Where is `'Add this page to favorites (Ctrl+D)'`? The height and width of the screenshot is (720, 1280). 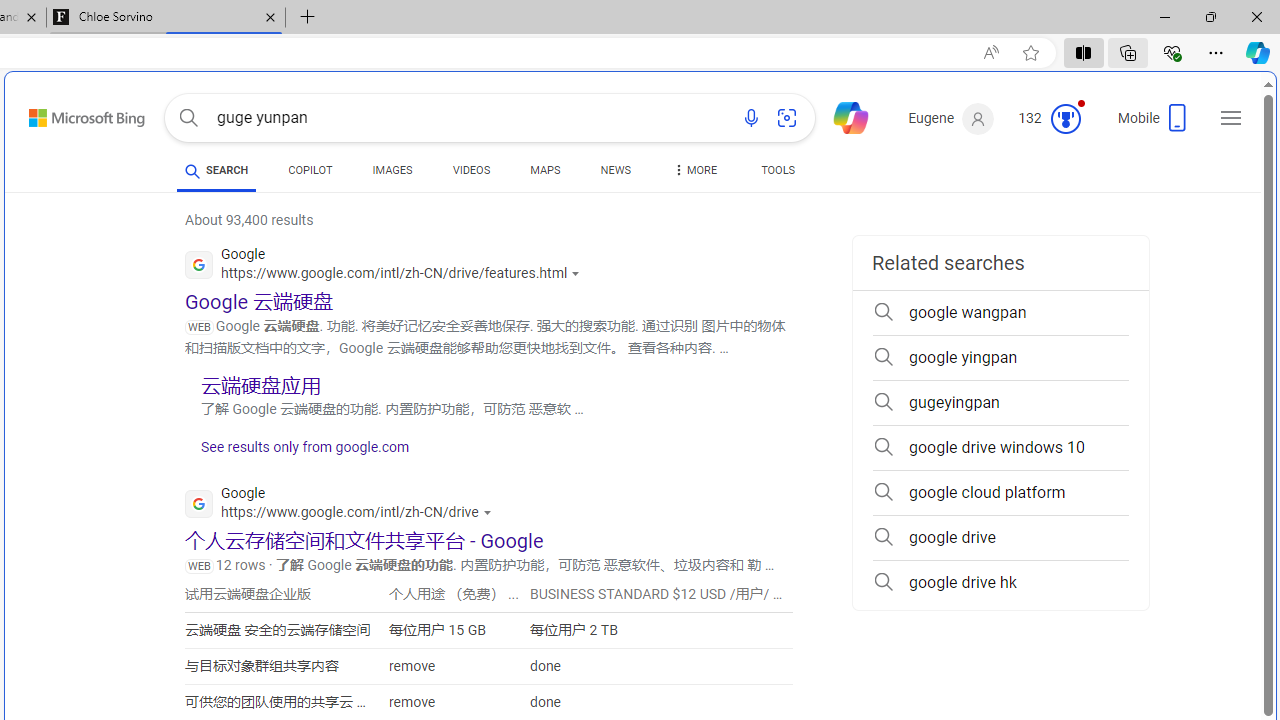 'Add this page to favorites (Ctrl+D)' is located at coordinates (1031, 52).